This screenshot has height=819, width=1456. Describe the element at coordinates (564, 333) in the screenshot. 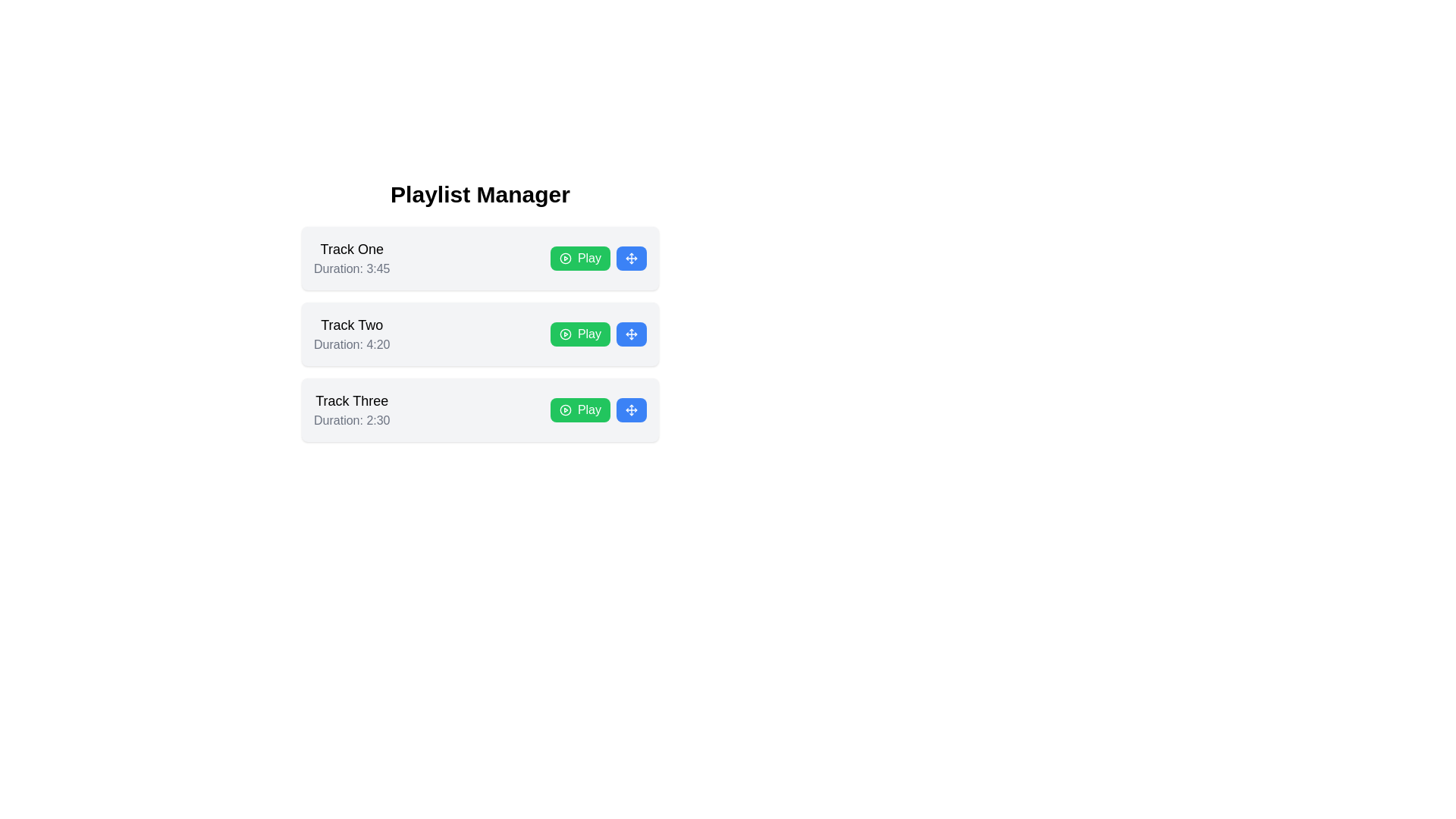

I see `the play icon within the green button labeled 'Play' to initiate media playback` at that location.